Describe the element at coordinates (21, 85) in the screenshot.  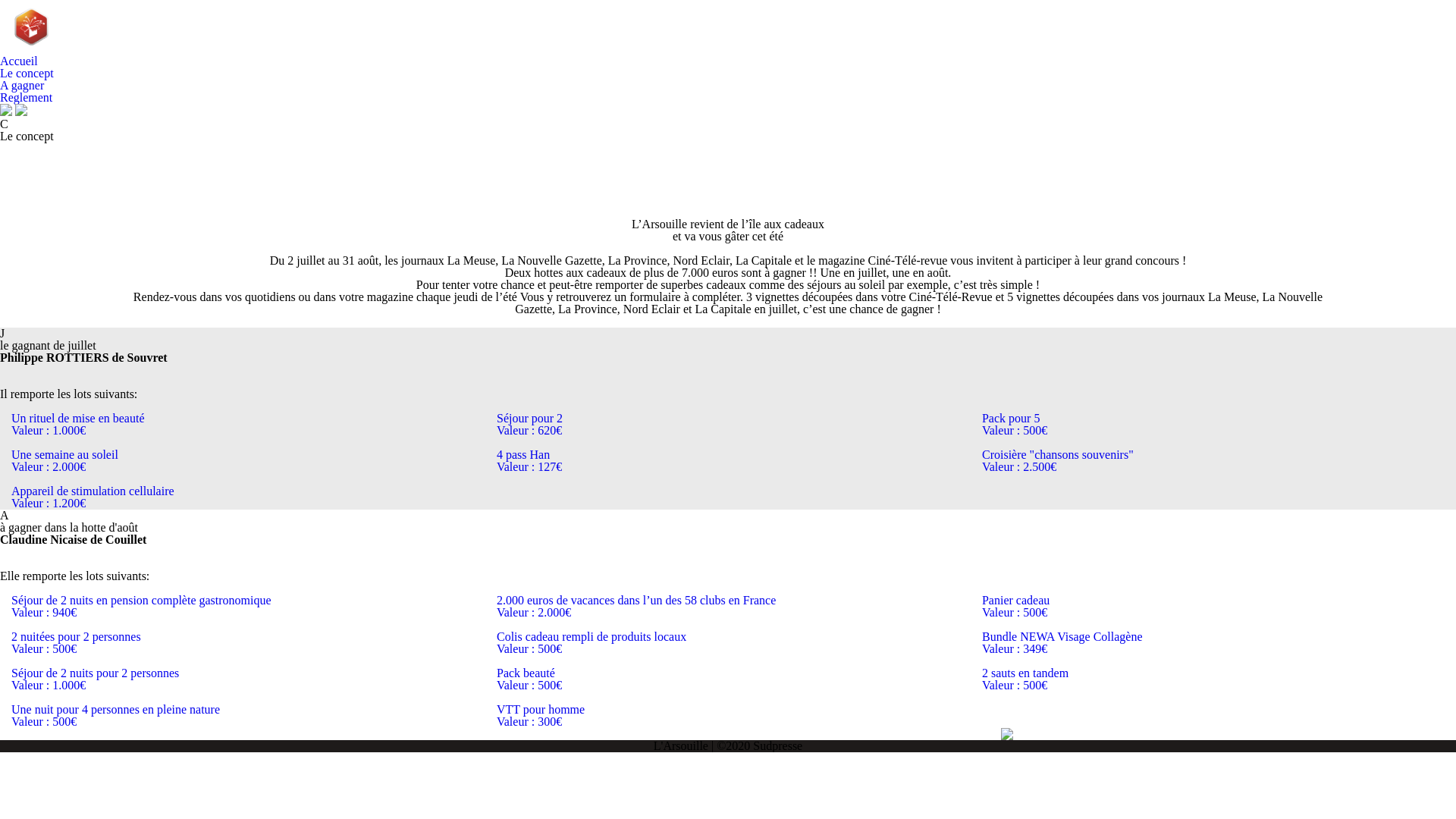
I see `'A gagner'` at that location.